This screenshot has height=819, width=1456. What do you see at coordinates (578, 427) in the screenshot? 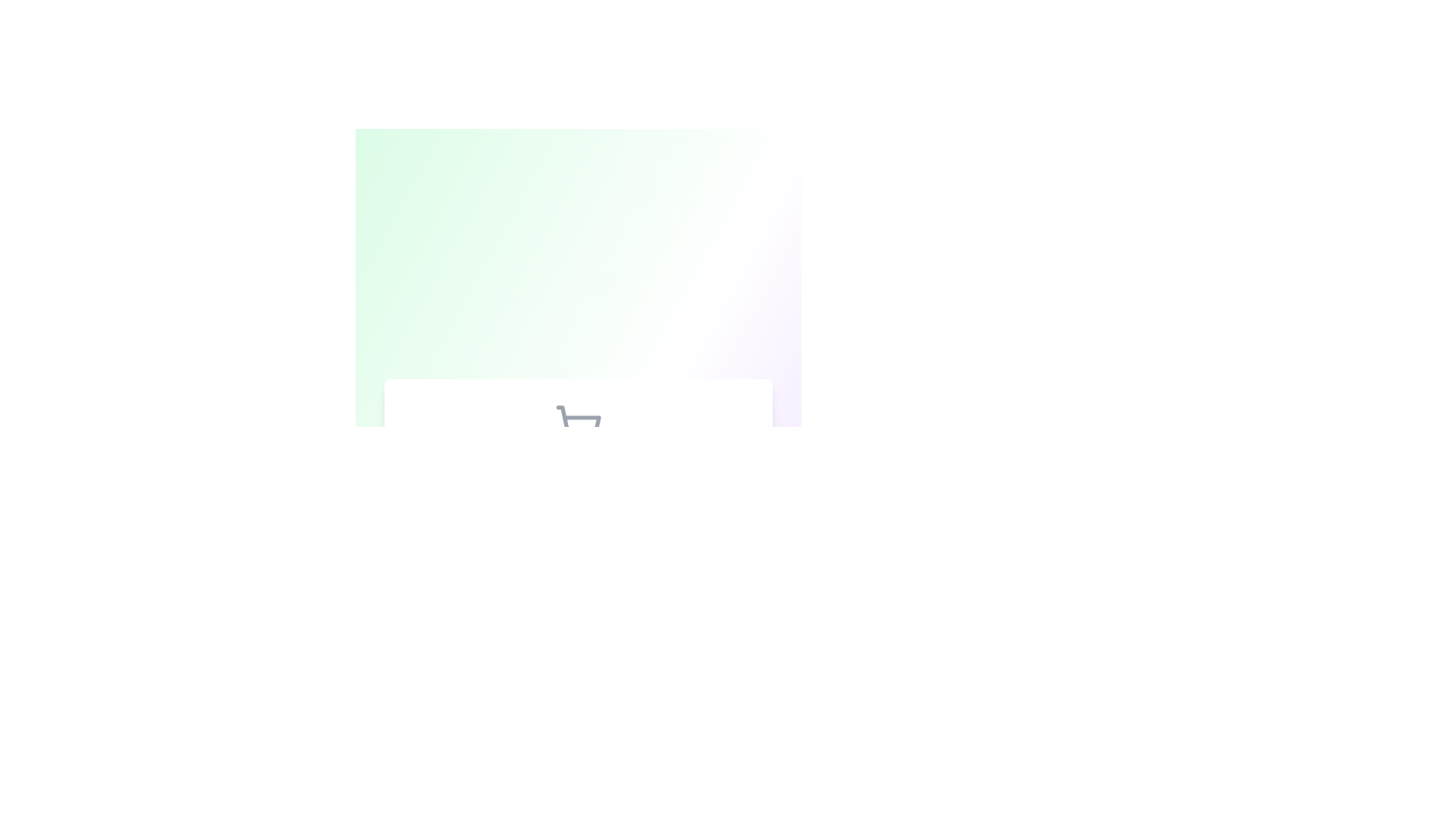
I see `the shopping cart icon, which is a gray icon with two circular wheels, centrally aligned above the heading 'Your Cart is Empty'` at bounding box center [578, 427].